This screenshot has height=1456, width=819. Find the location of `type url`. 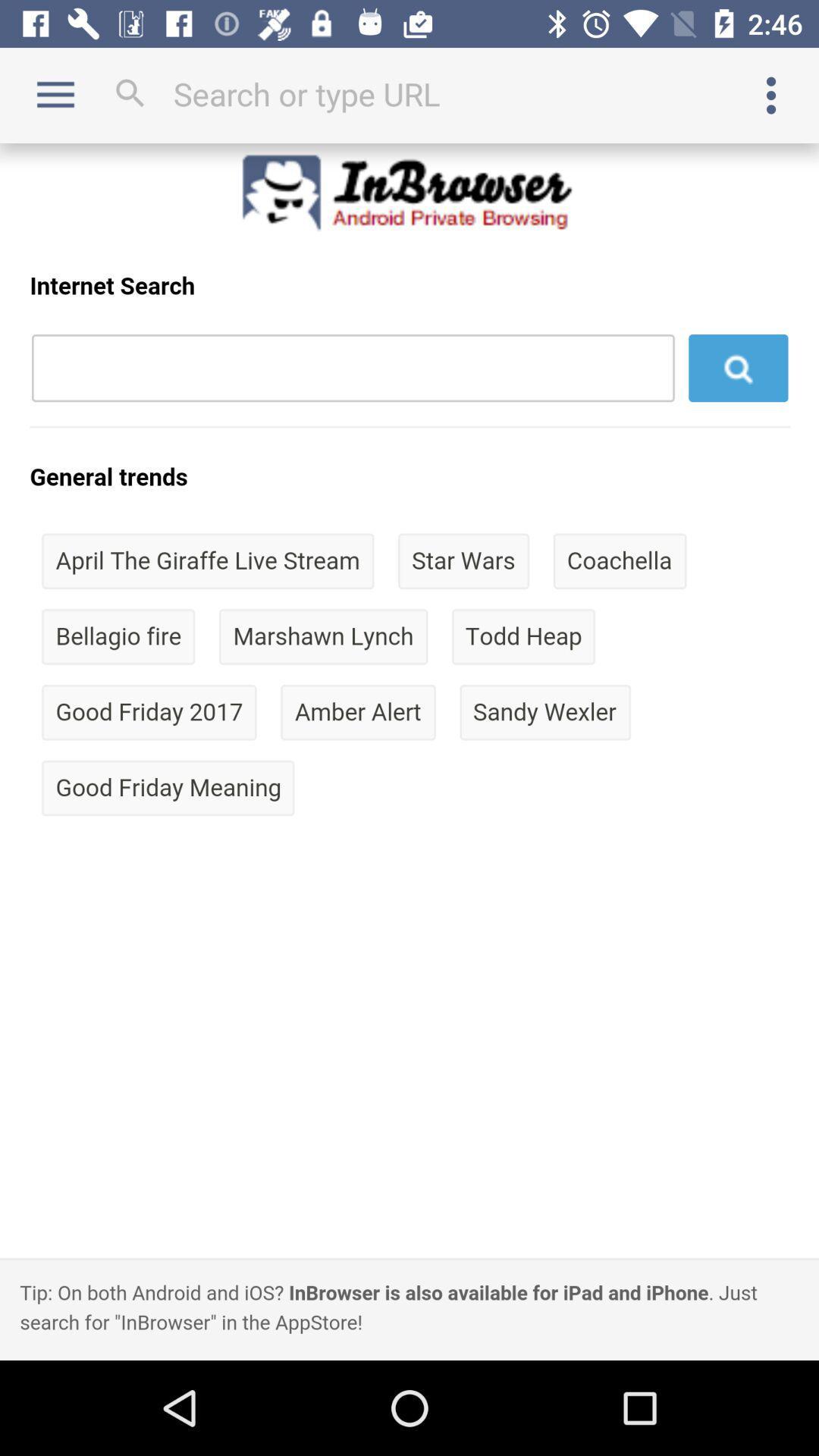

type url is located at coordinates (409, 93).